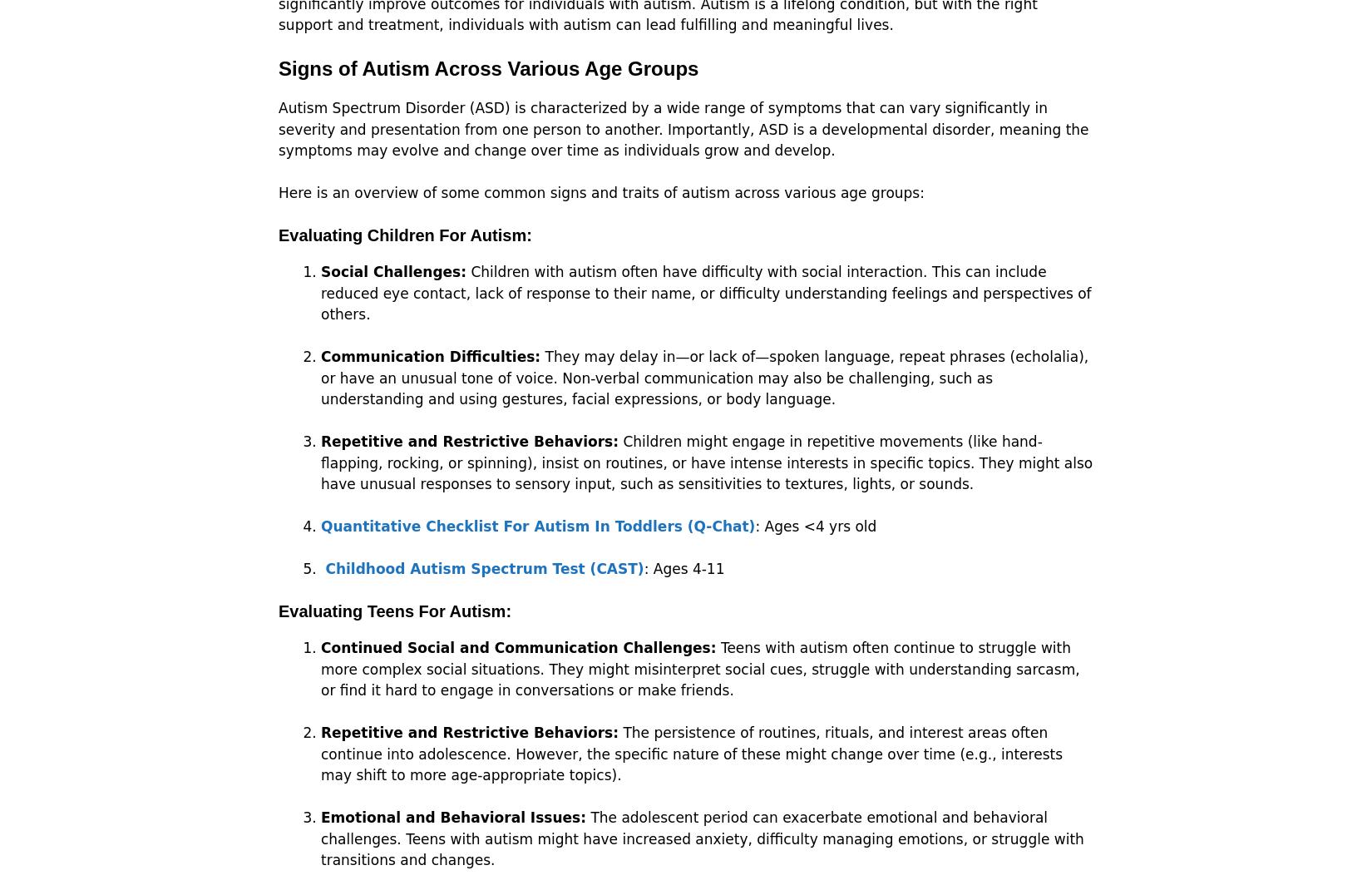 This screenshot has width=1372, height=895. What do you see at coordinates (487, 68) in the screenshot?
I see `'Signs of Autism Across Various Age Groups'` at bounding box center [487, 68].